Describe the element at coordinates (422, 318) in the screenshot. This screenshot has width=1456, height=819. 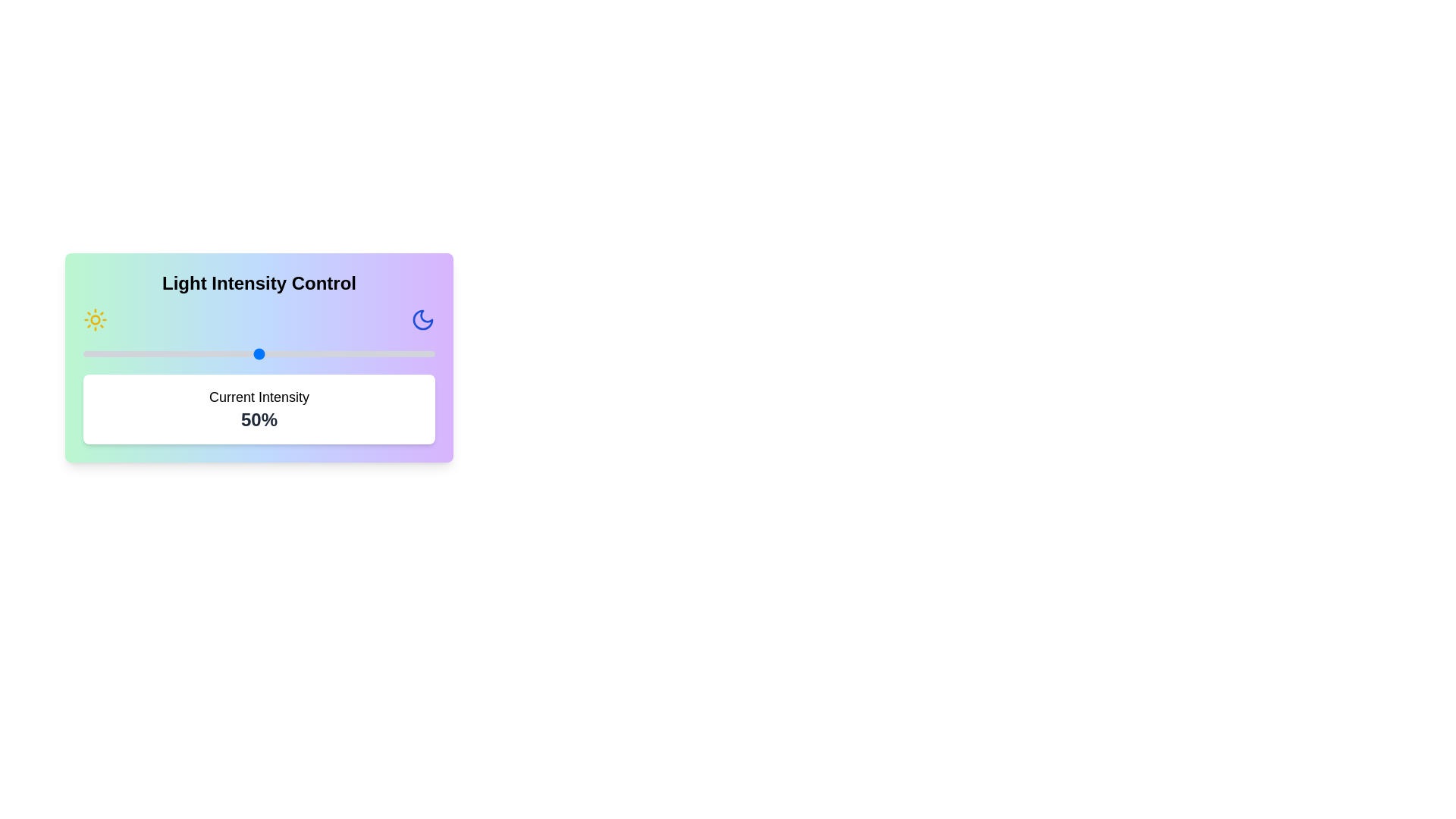
I see `the blue crescent moon-like icon located in the top-right corner of the 'Light Intensity Control' card, adjacent to the card's border and near the title text` at that location.